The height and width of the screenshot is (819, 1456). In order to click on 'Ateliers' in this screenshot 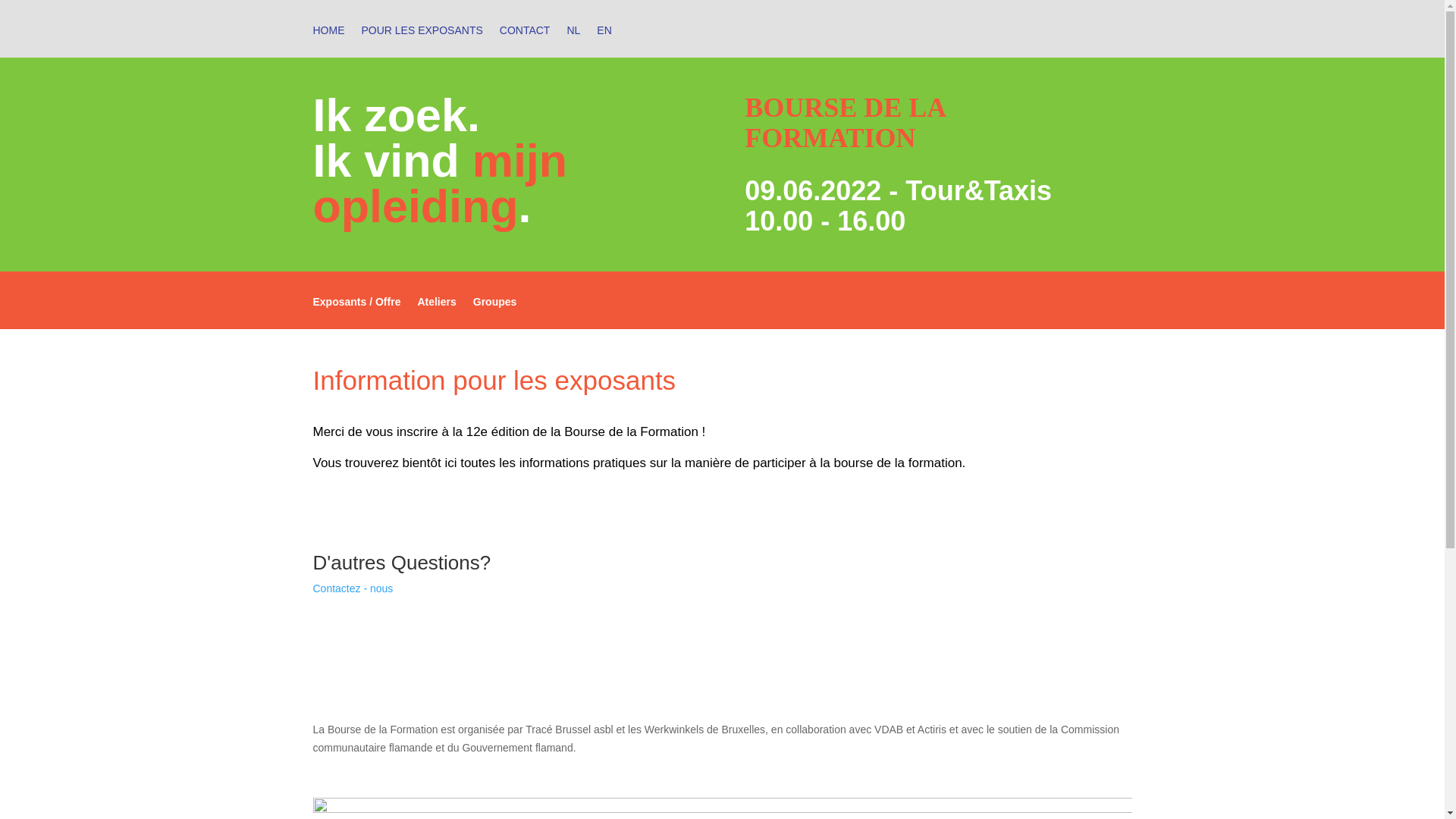, I will do `click(435, 312)`.